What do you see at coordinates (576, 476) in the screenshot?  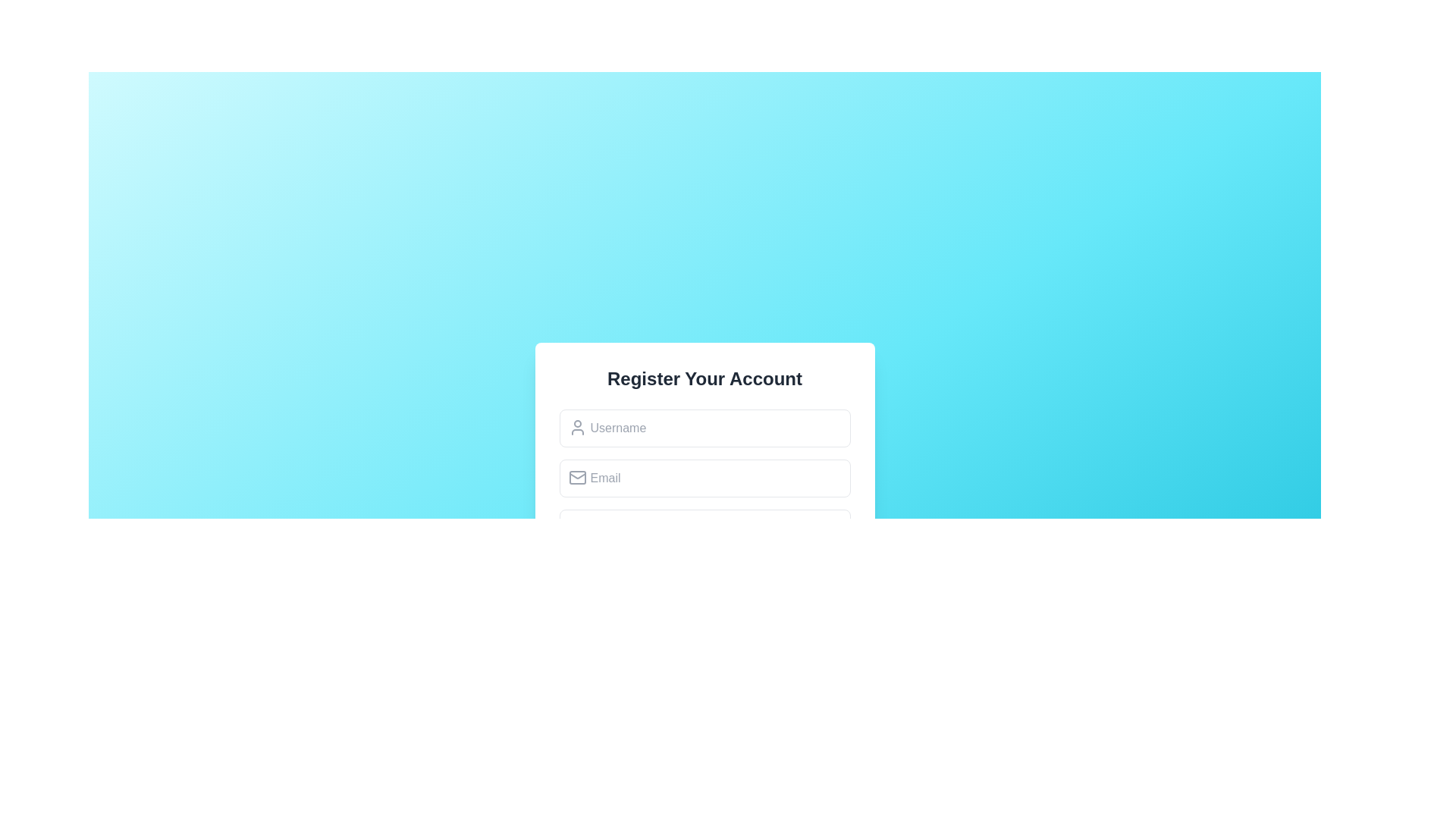 I see `the email icon located at the top-left corner of the email input field in the registration form, which indicates the input is for an email address` at bounding box center [576, 476].